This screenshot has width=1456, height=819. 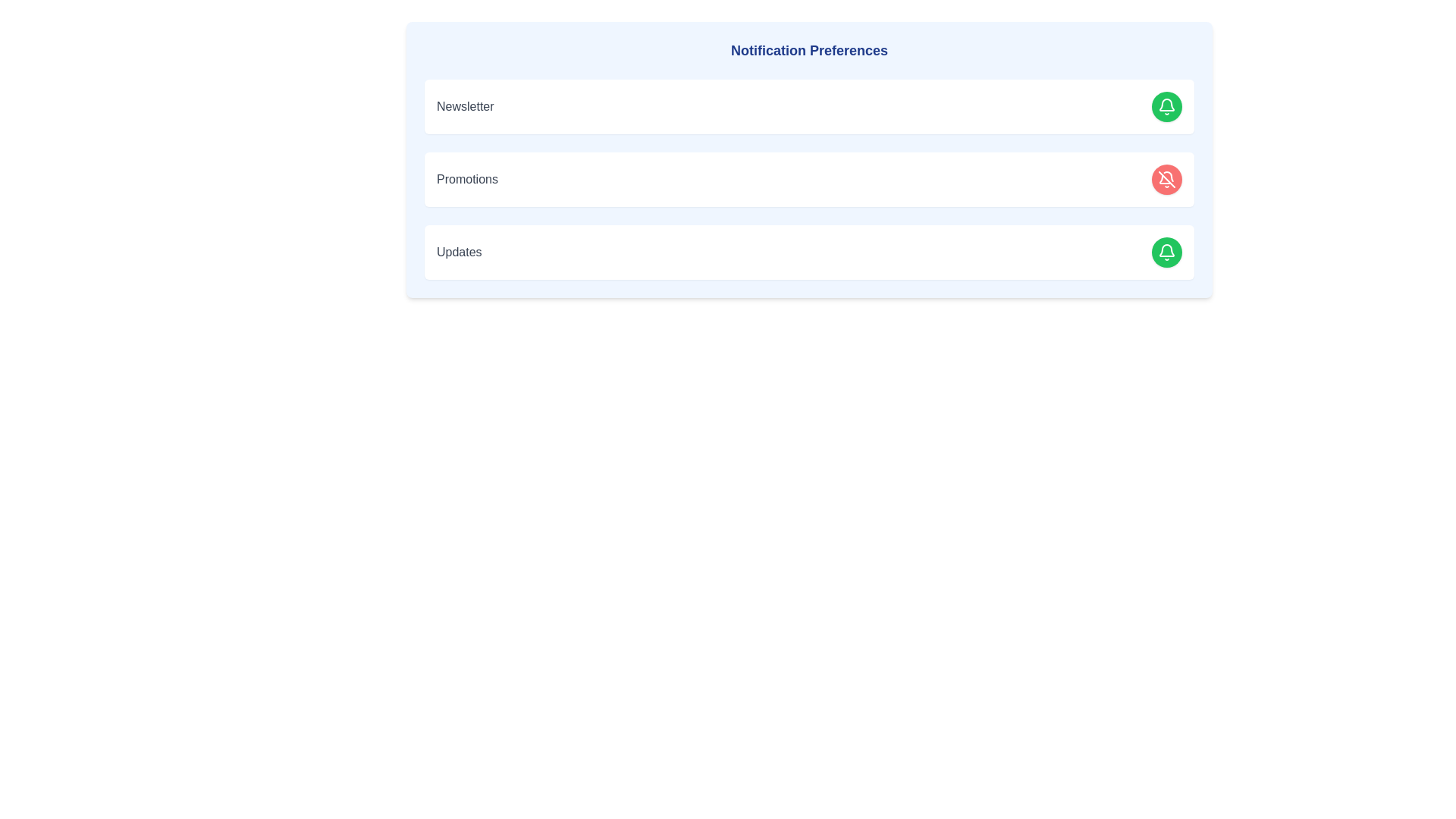 What do you see at coordinates (1166, 251) in the screenshot?
I see `the button associated with 'Updates' to toggle its notification preference` at bounding box center [1166, 251].